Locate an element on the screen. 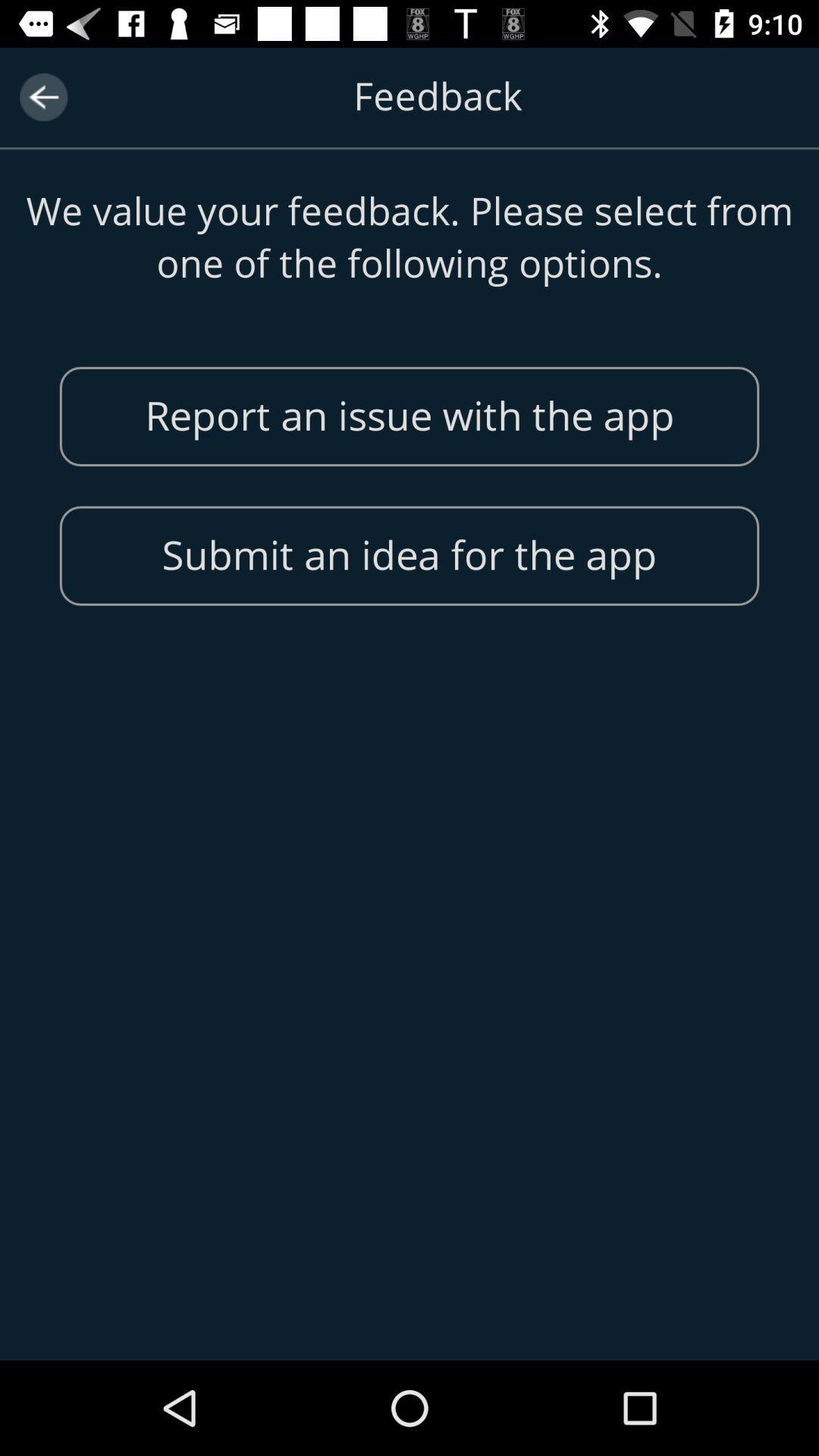  the arrow_backward icon is located at coordinates (42, 96).